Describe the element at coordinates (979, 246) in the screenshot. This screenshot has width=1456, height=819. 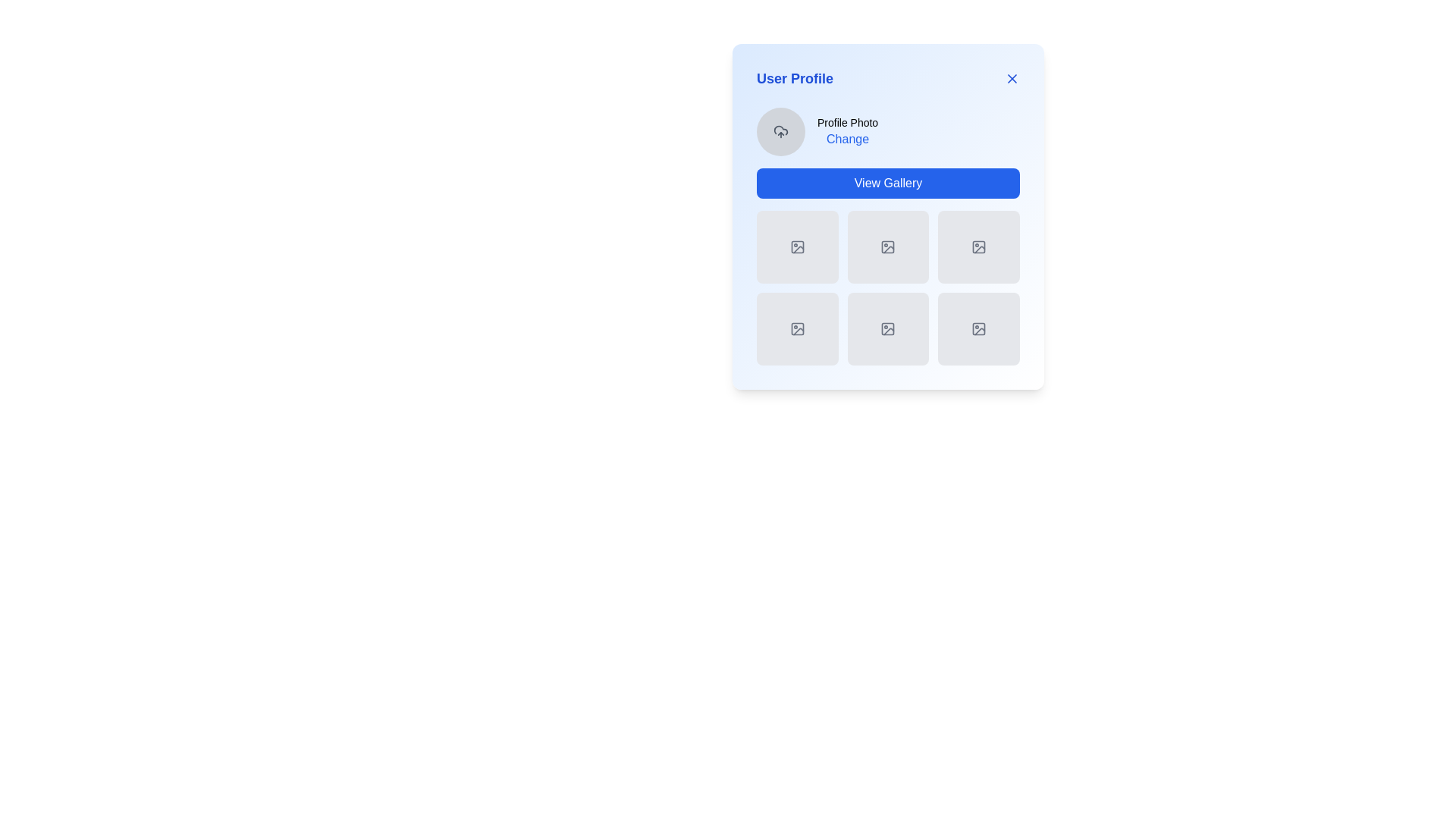
I see `on the small, square icon with rounded corners located in the middle column of the second row in a 3x2 grid, below the 'View Gallery' button` at that location.